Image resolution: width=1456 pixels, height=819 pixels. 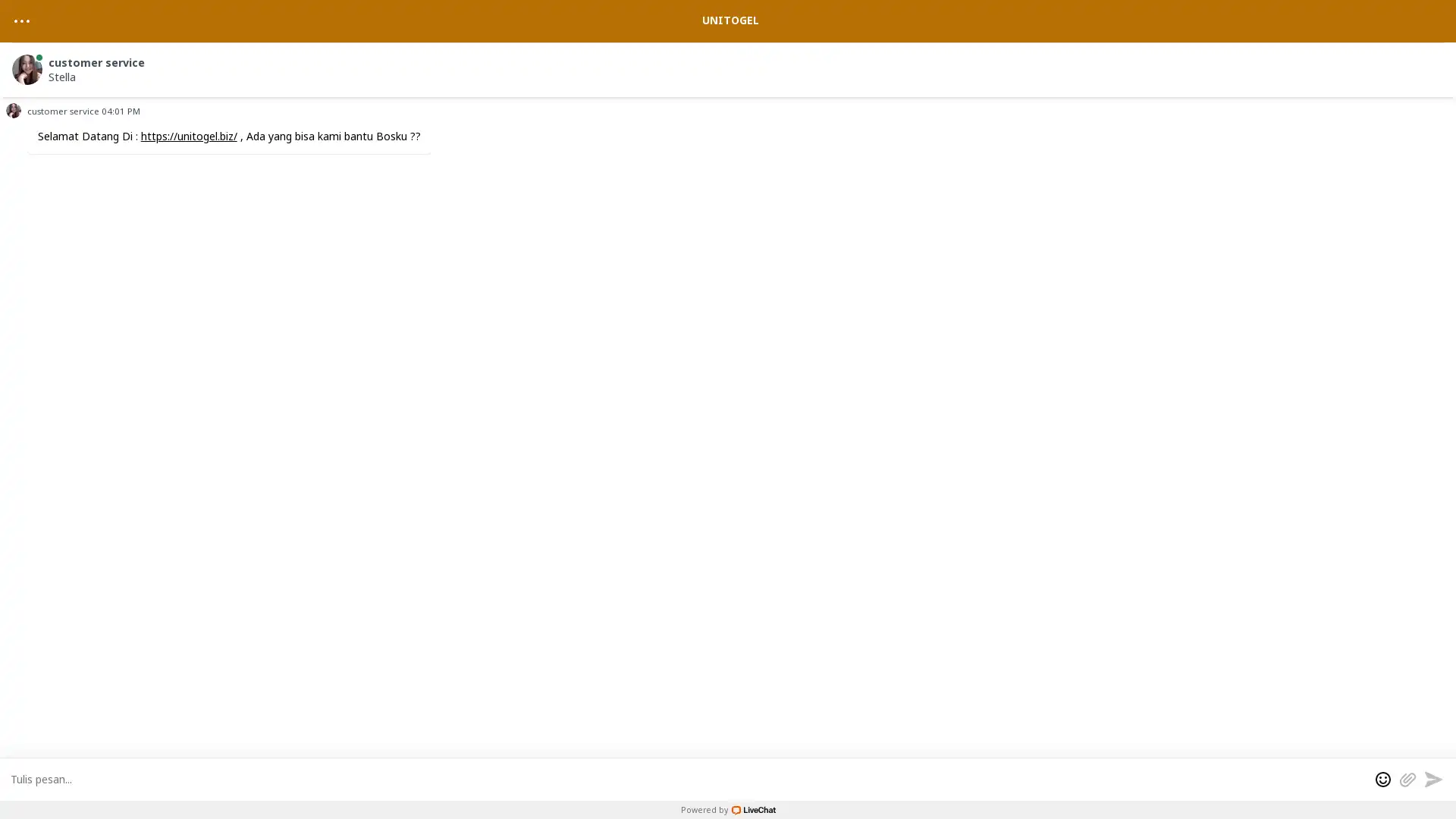 What do you see at coordinates (1432, 778) in the screenshot?
I see `Send a message` at bounding box center [1432, 778].